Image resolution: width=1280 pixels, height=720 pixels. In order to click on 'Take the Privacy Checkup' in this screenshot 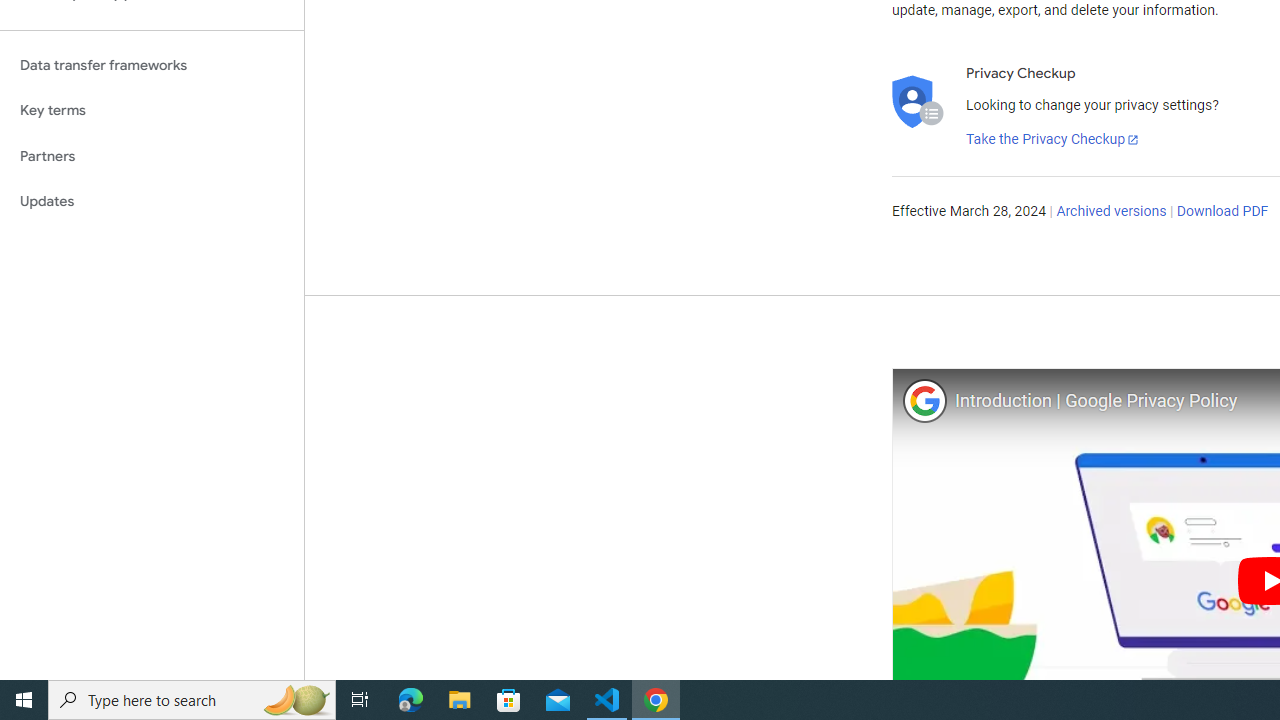, I will do `click(1052, 139)`.